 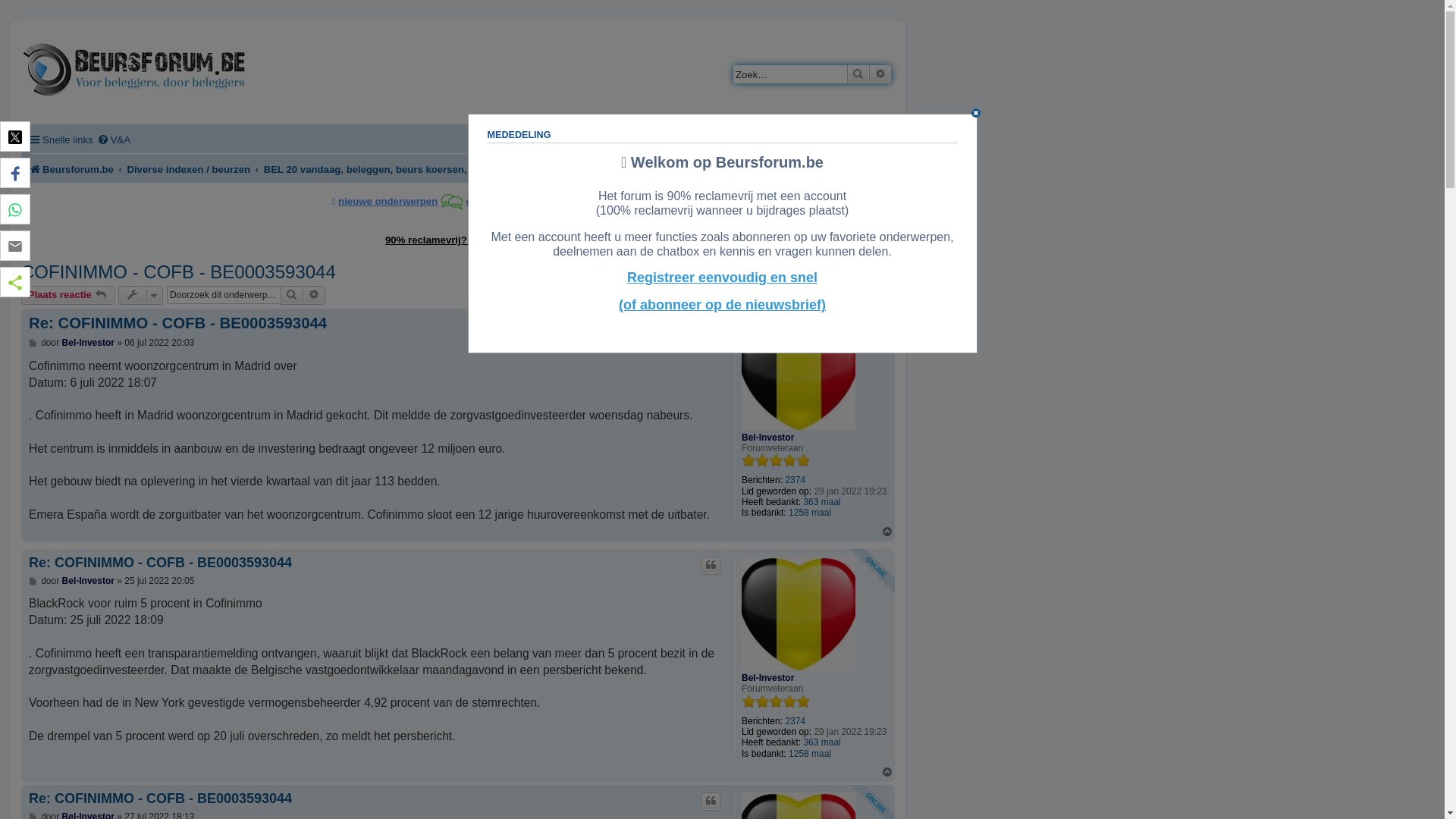 I want to click on '(of abonneer op de nieuwsbrief)', so click(x=721, y=305).